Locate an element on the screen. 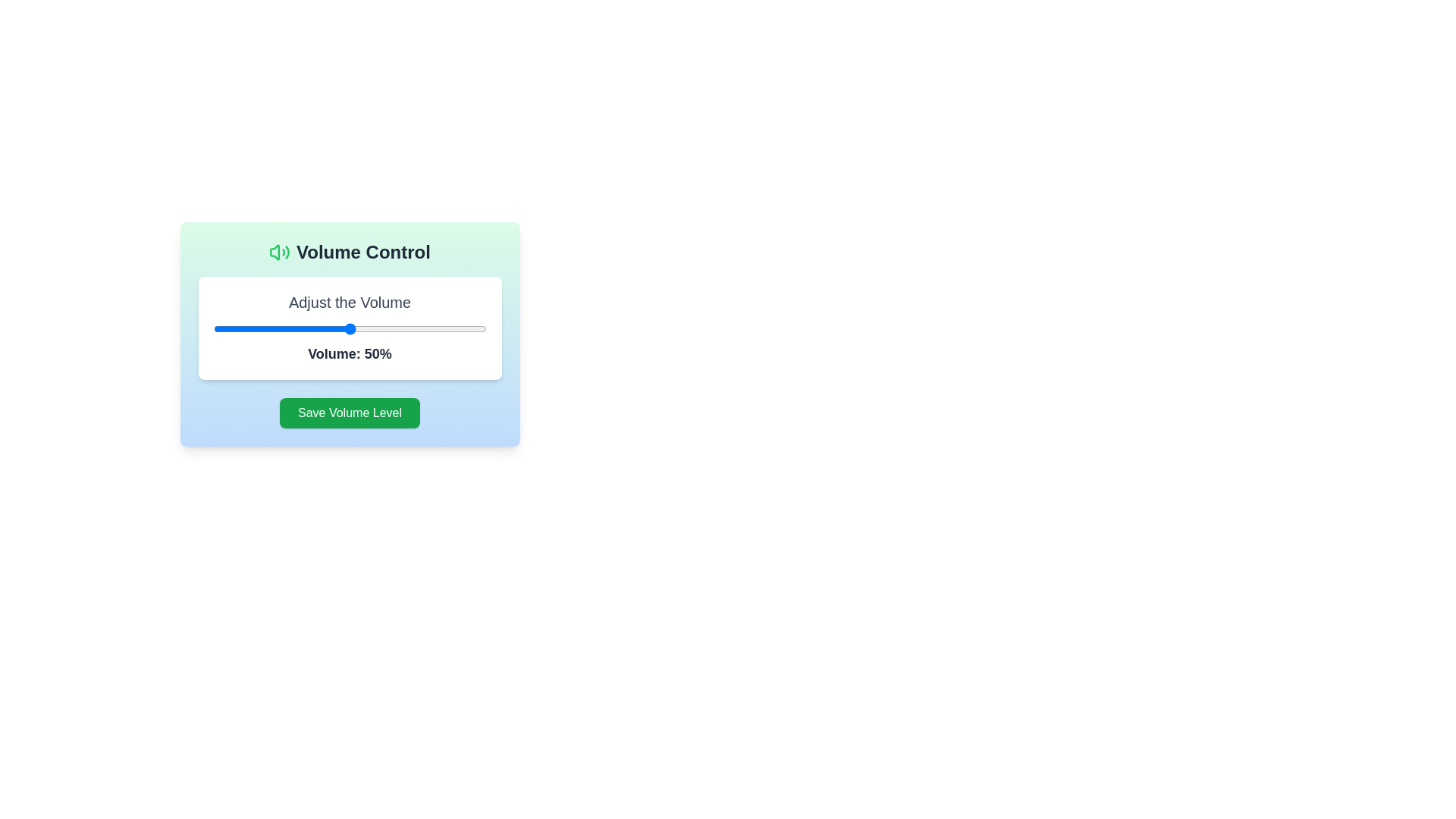 This screenshot has height=819, width=1456. the volume slider to set the volume to 92% is located at coordinates (463, 328).